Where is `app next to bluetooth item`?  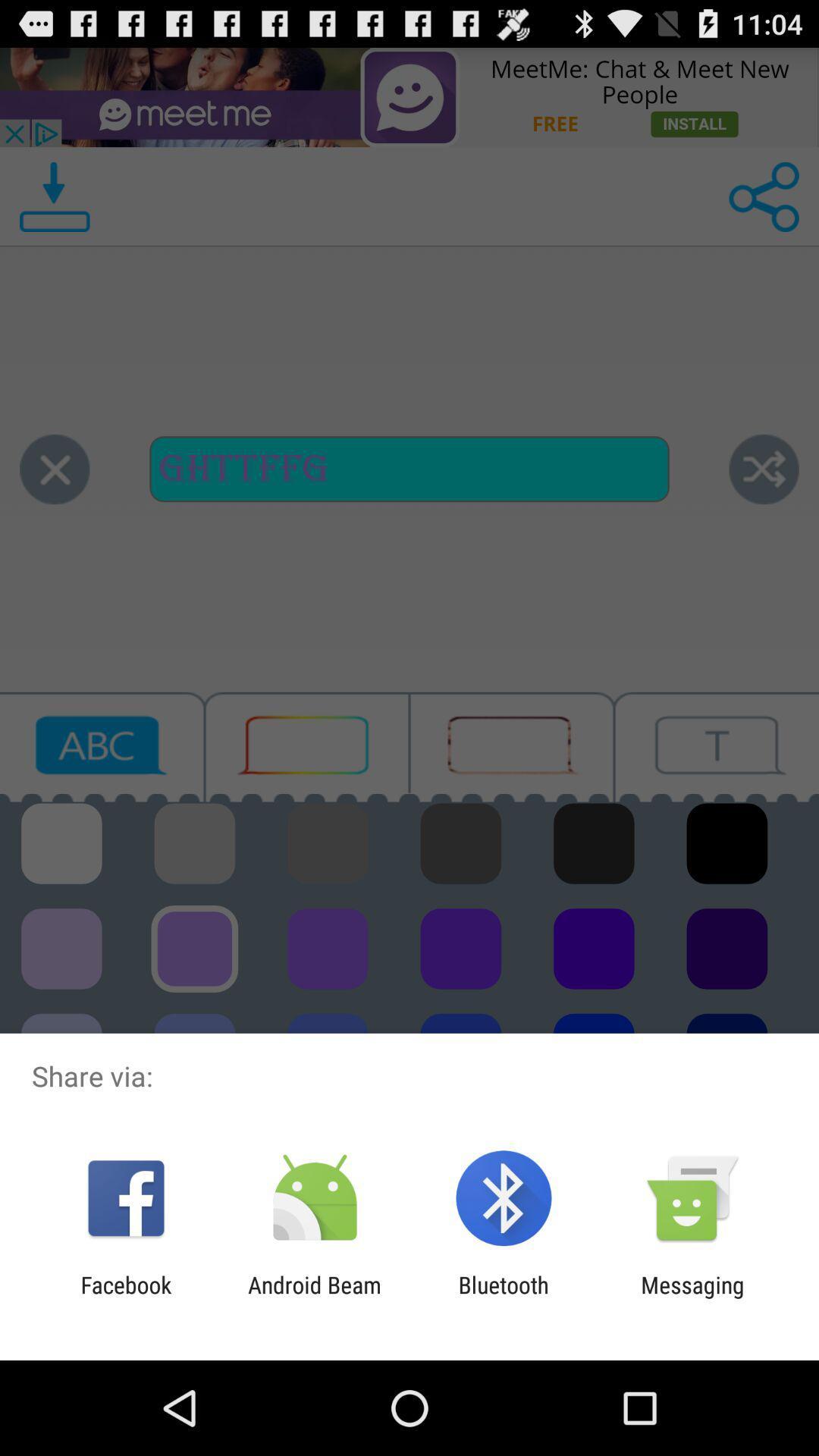
app next to bluetooth item is located at coordinates (314, 1298).